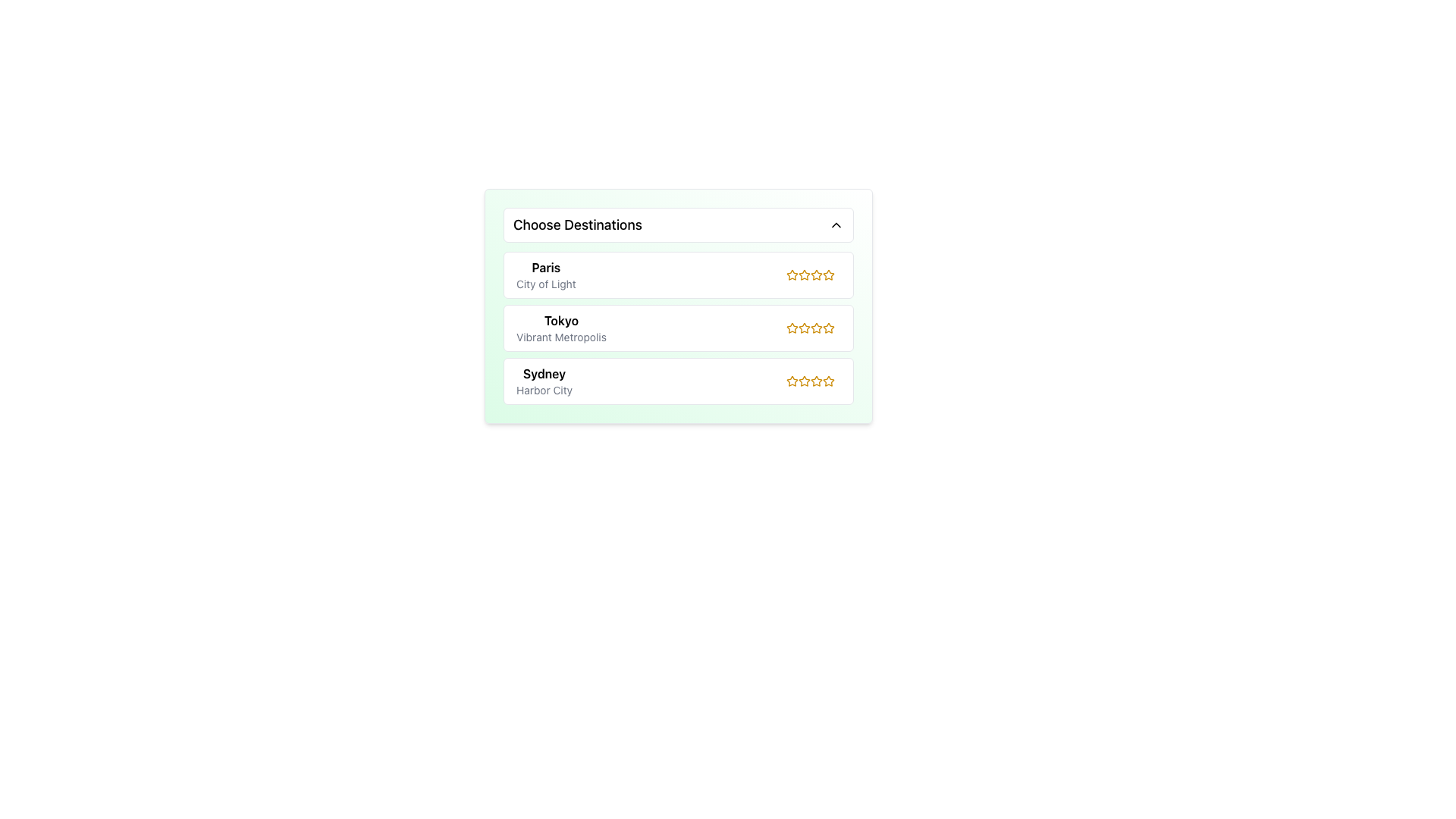 The image size is (1456, 819). What do you see at coordinates (803, 275) in the screenshot?
I see `yellow star icon used for rating next to the text 'Paris' under the 'Choose Destinations' header in the 'City of Light' section` at bounding box center [803, 275].